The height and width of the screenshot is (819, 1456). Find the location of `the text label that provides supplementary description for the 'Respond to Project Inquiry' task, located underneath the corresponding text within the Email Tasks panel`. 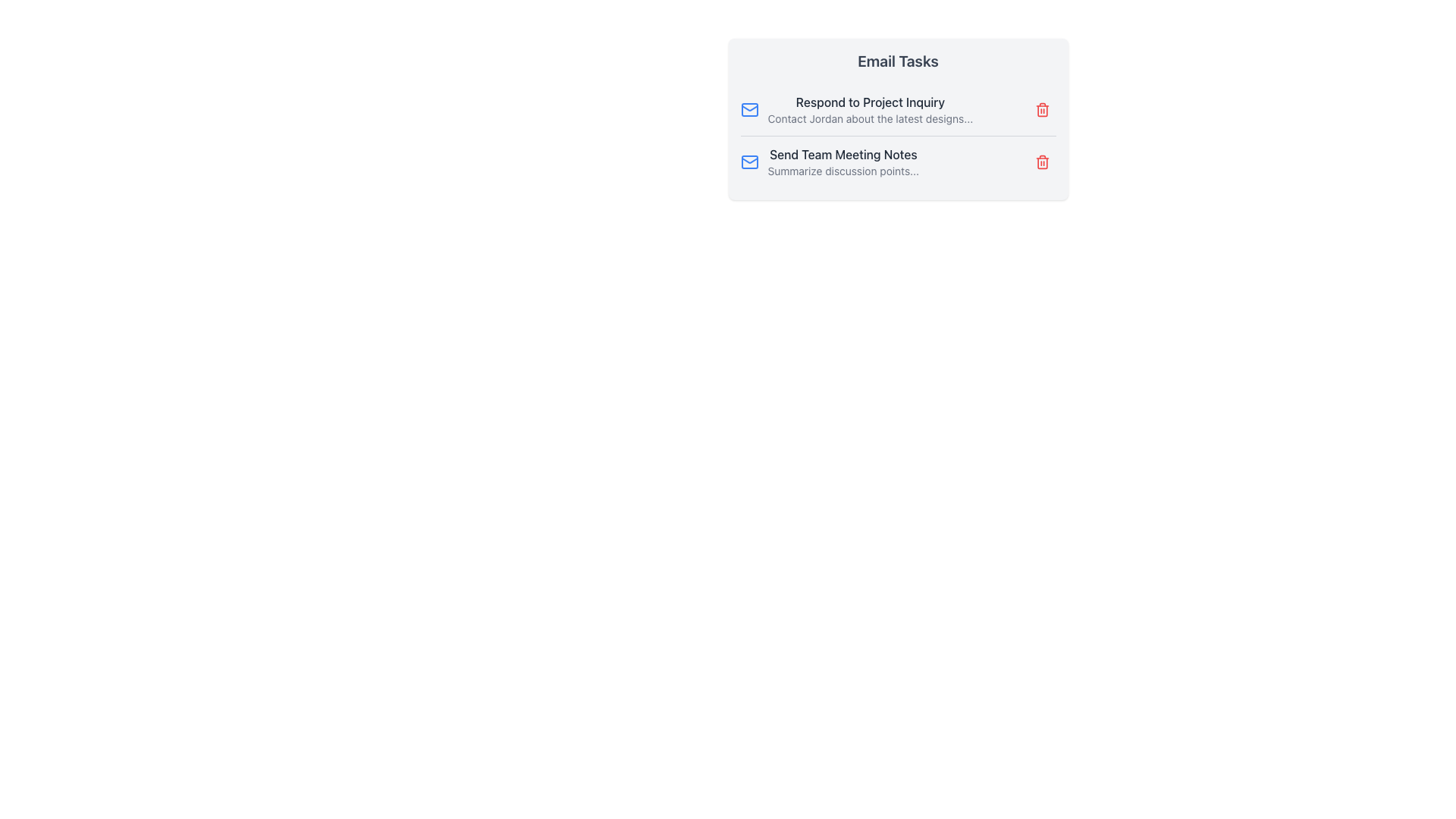

the text label that provides supplementary description for the 'Respond to Project Inquiry' task, located underneath the corresponding text within the Email Tasks panel is located at coordinates (870, 118).